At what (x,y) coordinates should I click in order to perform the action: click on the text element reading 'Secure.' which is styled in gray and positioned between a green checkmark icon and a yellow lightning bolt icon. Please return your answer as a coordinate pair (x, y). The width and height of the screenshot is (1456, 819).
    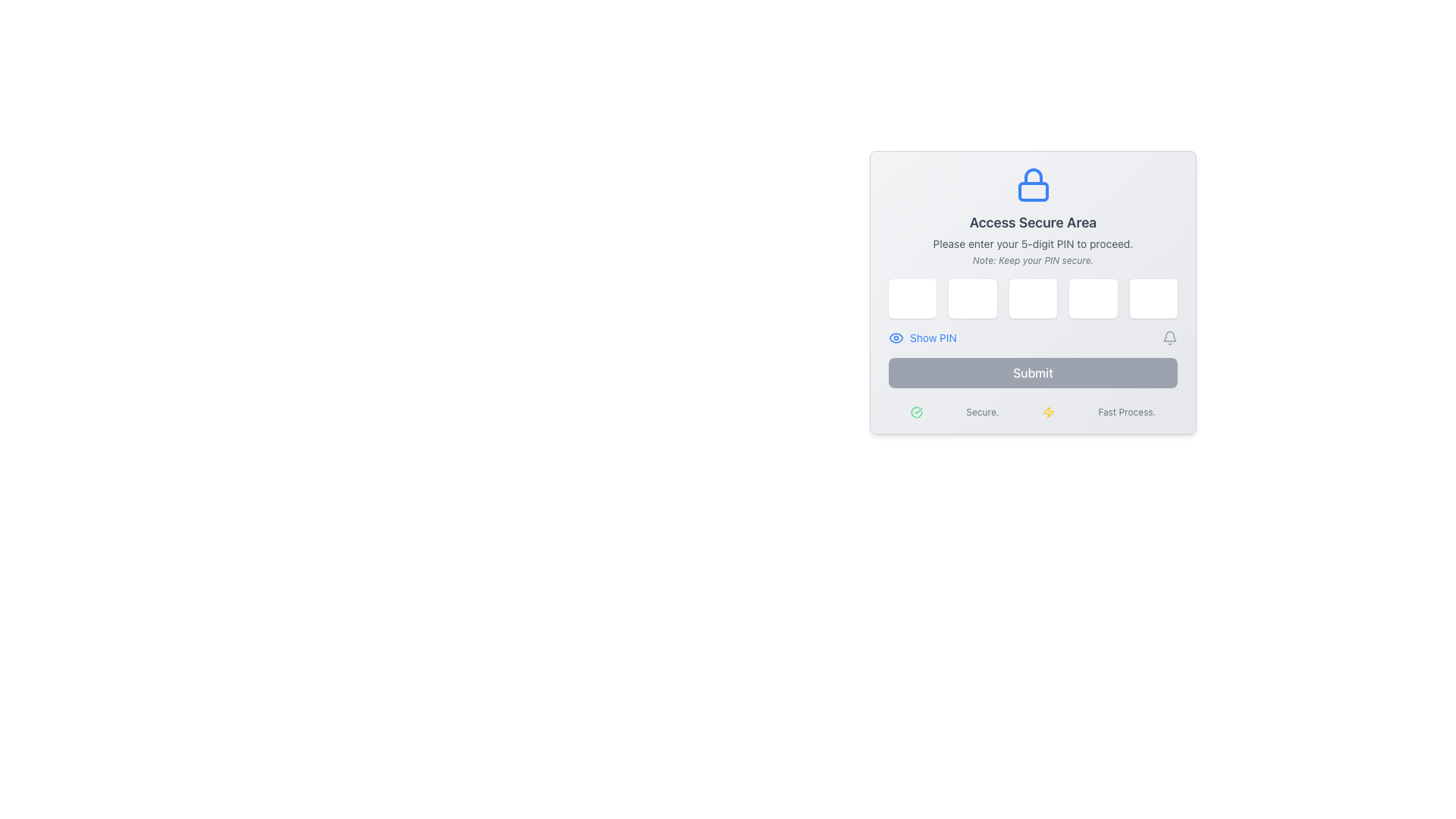
    Looking at the image, I should click on (982, 412).